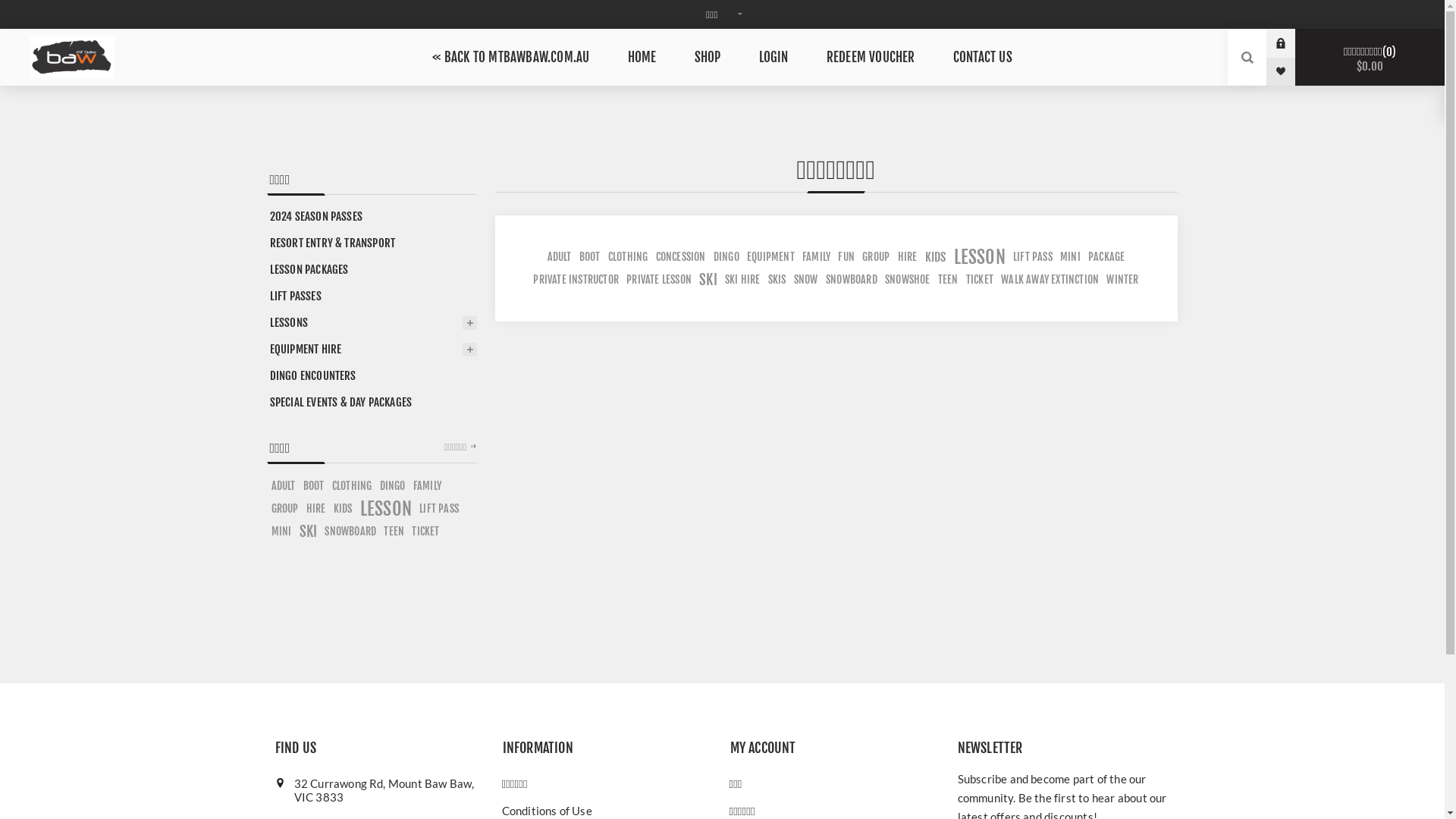 The height and width of the screenshot is (819, 1456). Describe the element at coordinates (777, 280) in the screenshot. I see `'SKIS'` at that location.